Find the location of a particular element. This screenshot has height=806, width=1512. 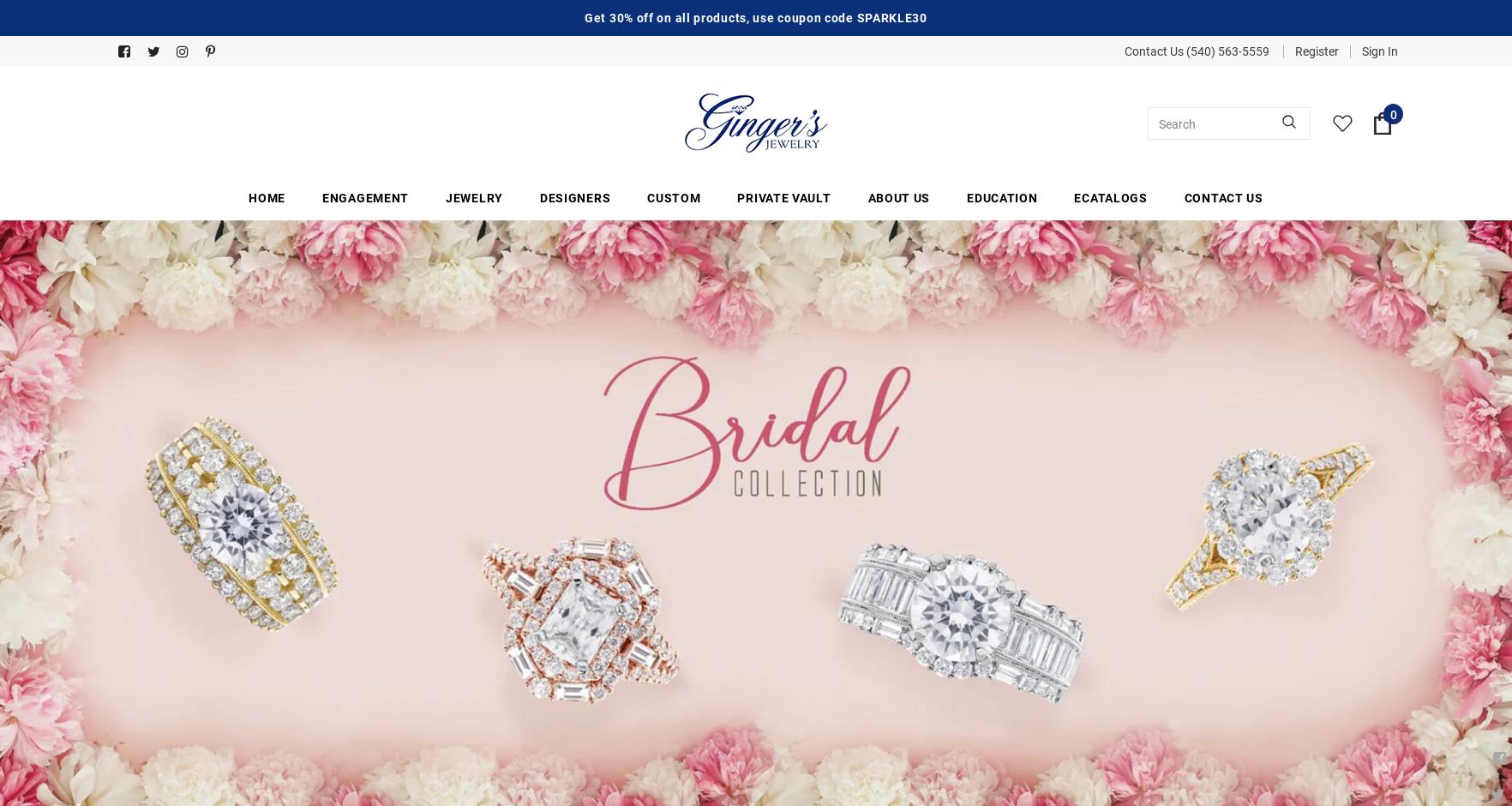

'Designers' is located at coordinates (574, 196).